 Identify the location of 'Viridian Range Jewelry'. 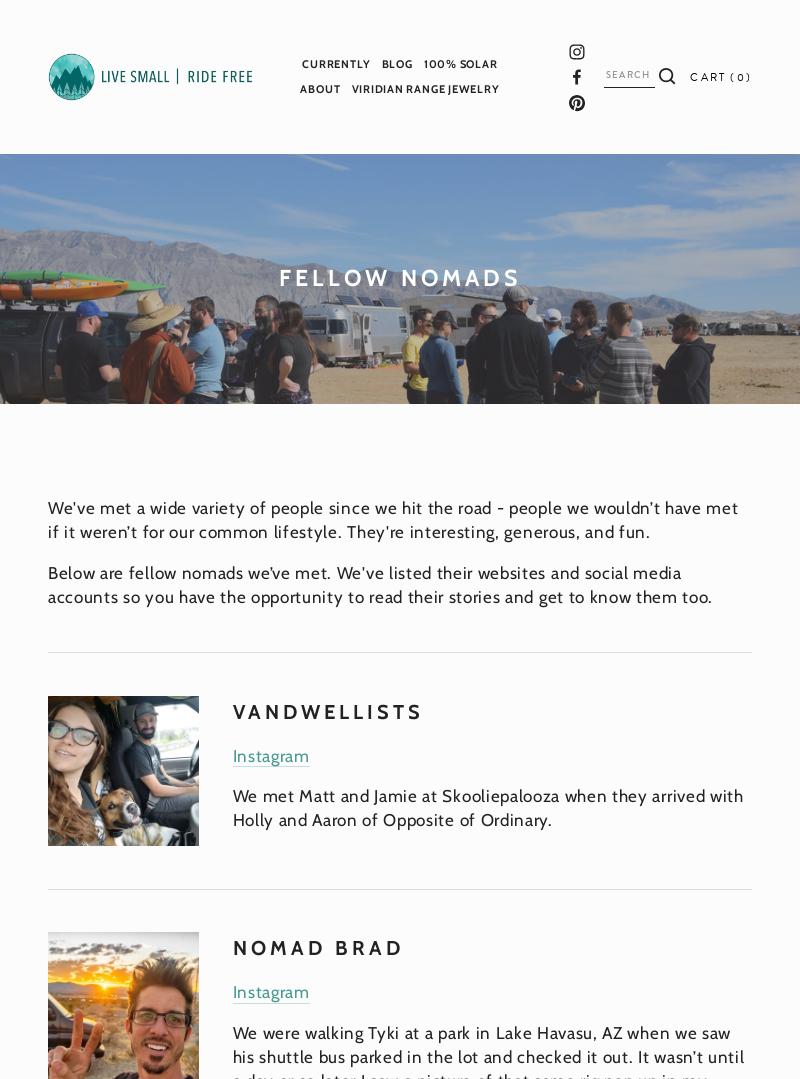
(350, 88).